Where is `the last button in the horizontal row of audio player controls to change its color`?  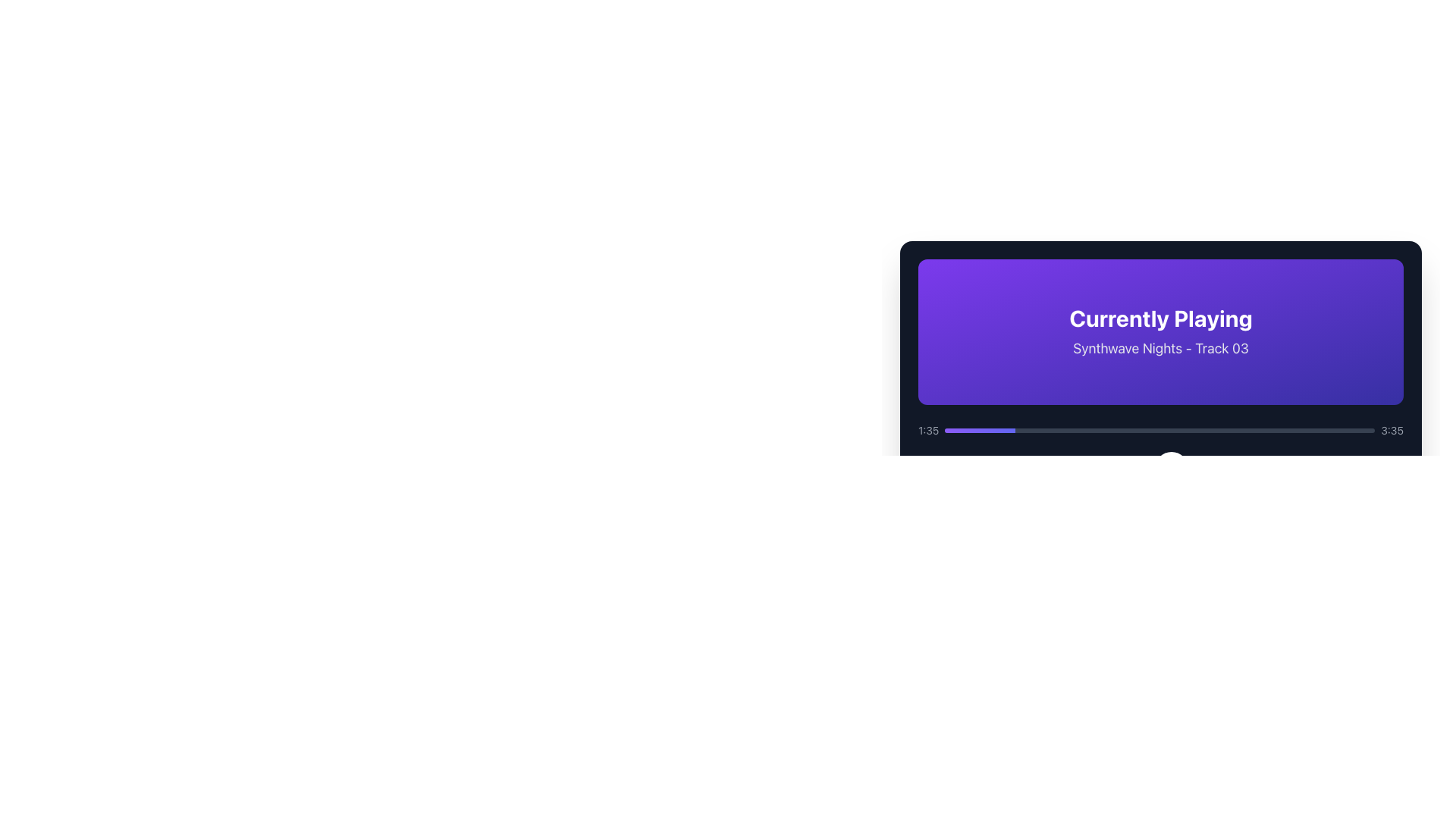
the last button in the horizontal row of audio player controls to change its color is located at coordinates (1216, 467).